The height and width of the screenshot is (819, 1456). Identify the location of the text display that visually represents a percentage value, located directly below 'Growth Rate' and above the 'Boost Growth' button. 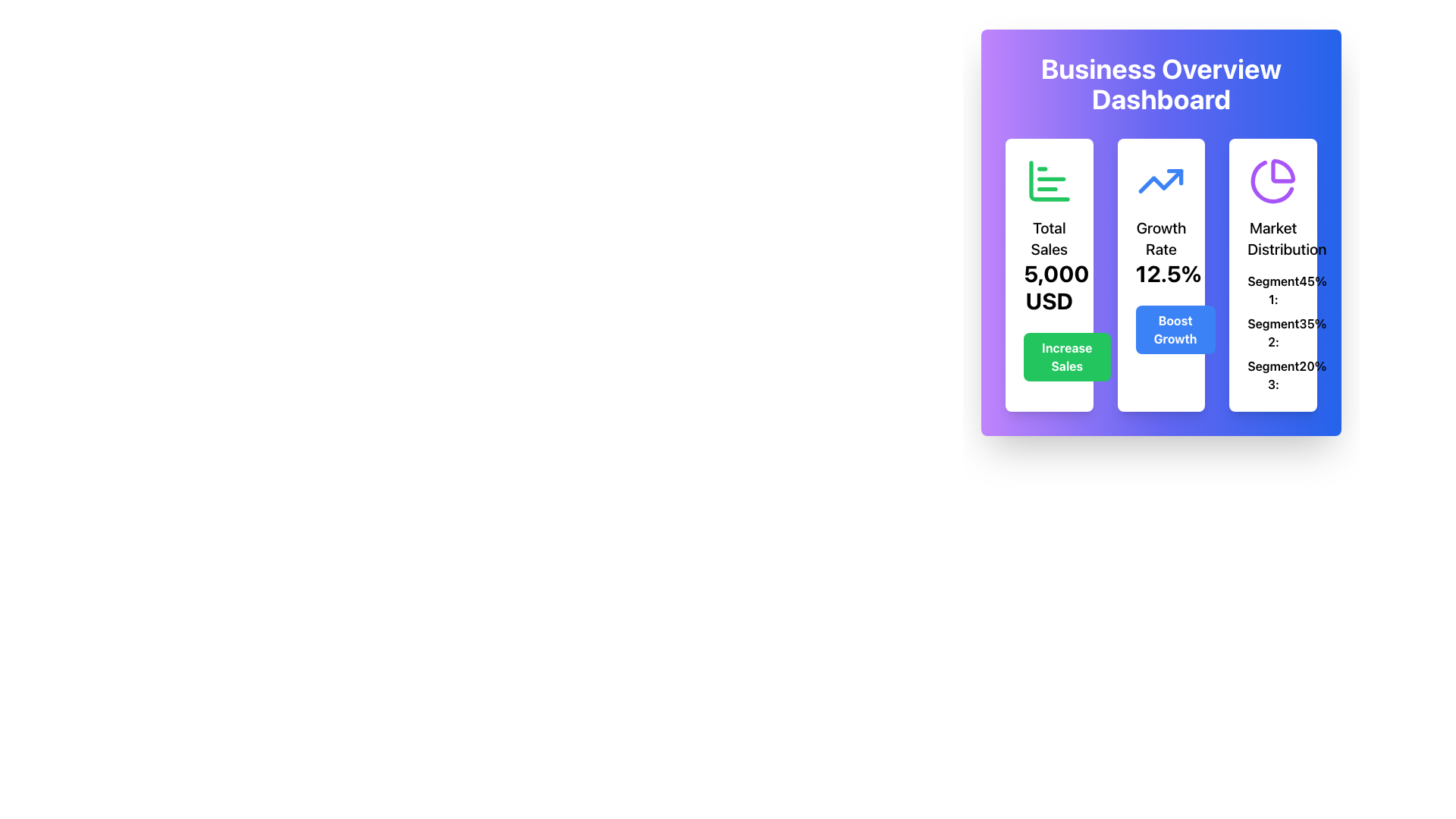
(1160, 274).